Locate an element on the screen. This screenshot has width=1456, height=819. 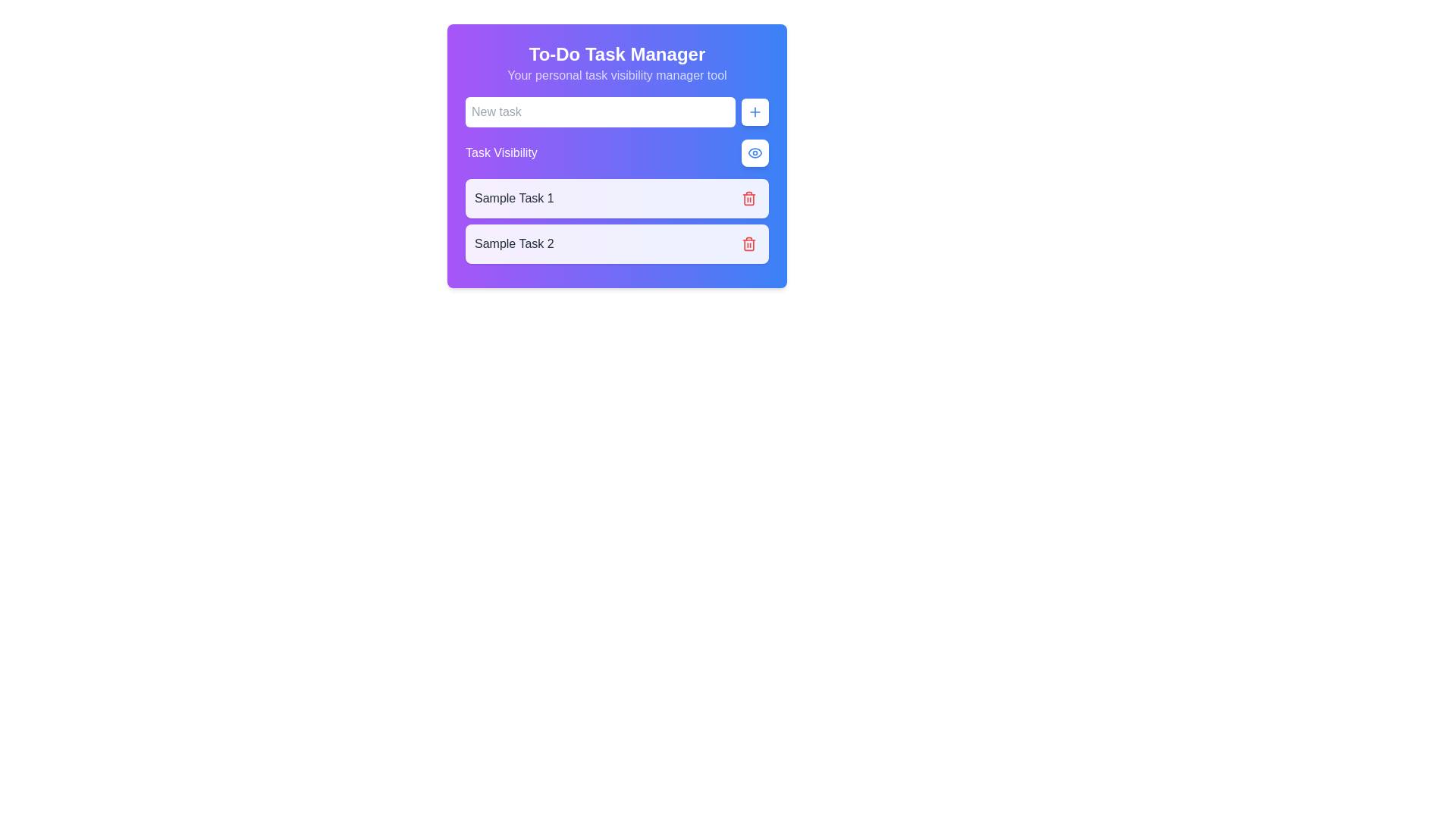
the task labeled 'Sample Task 1' in the to-do task manager is located at coordinates (617, 198).